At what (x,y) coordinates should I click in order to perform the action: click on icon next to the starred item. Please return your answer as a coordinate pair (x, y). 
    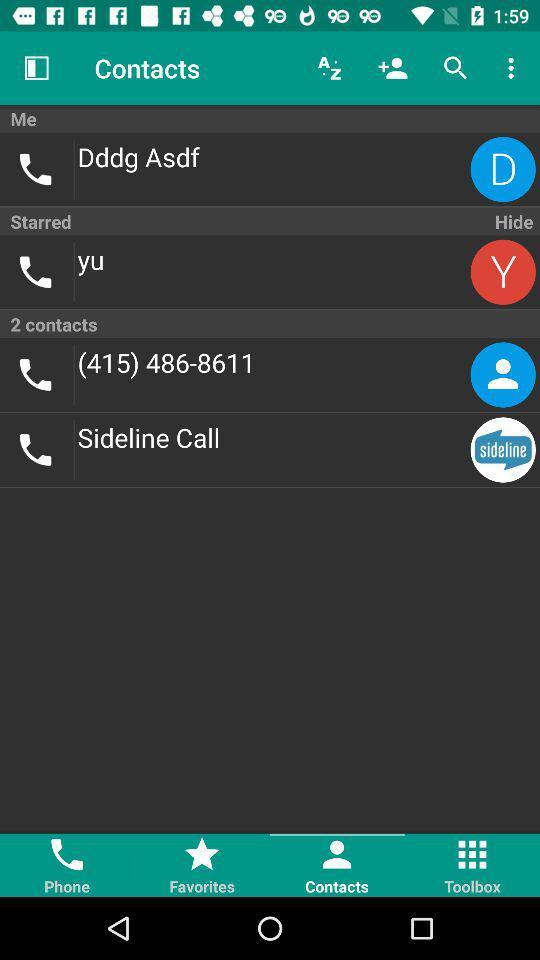
    Looking at the image, I should click on (512, 221).